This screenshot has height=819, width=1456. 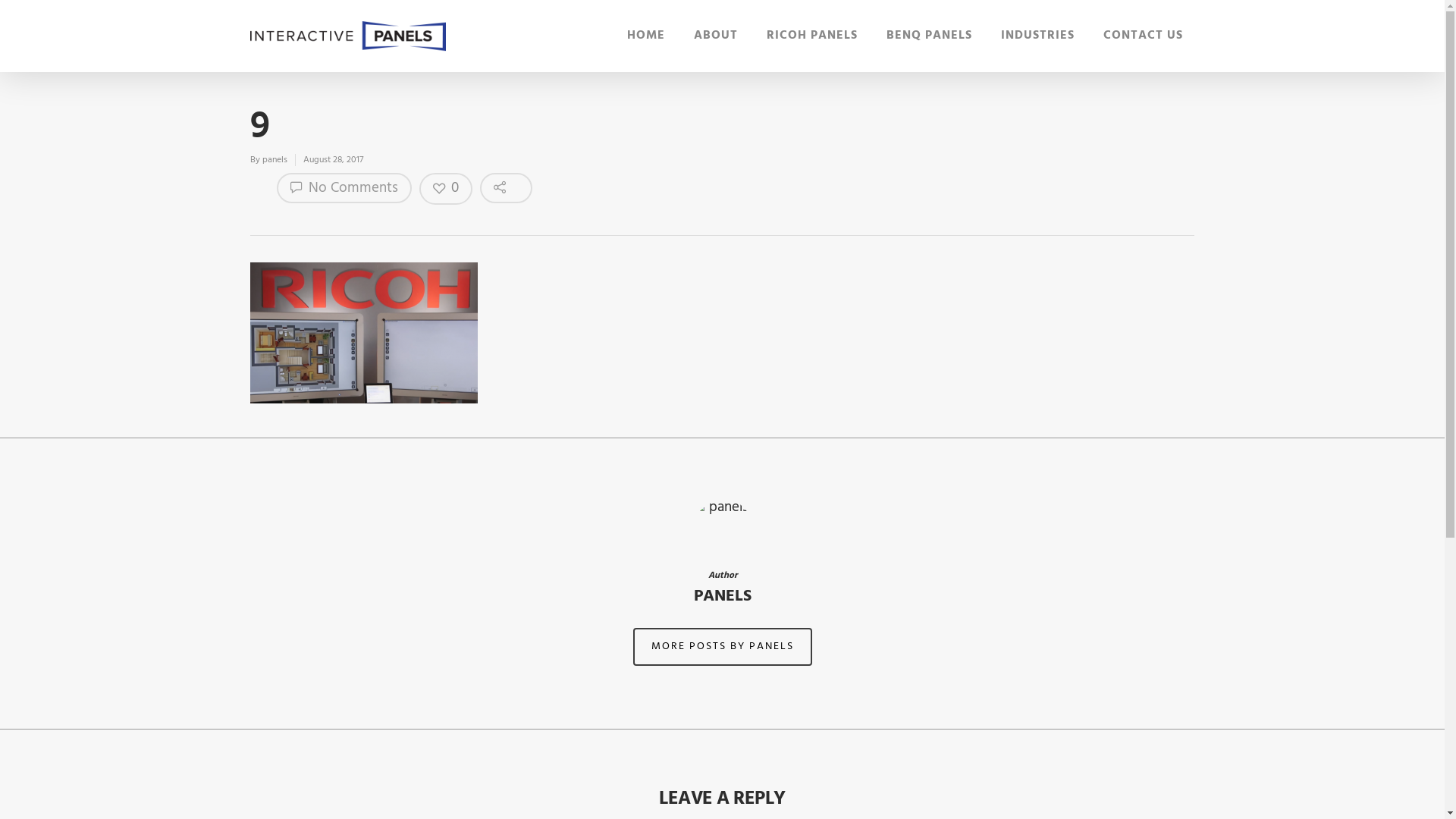 I want to click on '0', so click(x=445, y=188).